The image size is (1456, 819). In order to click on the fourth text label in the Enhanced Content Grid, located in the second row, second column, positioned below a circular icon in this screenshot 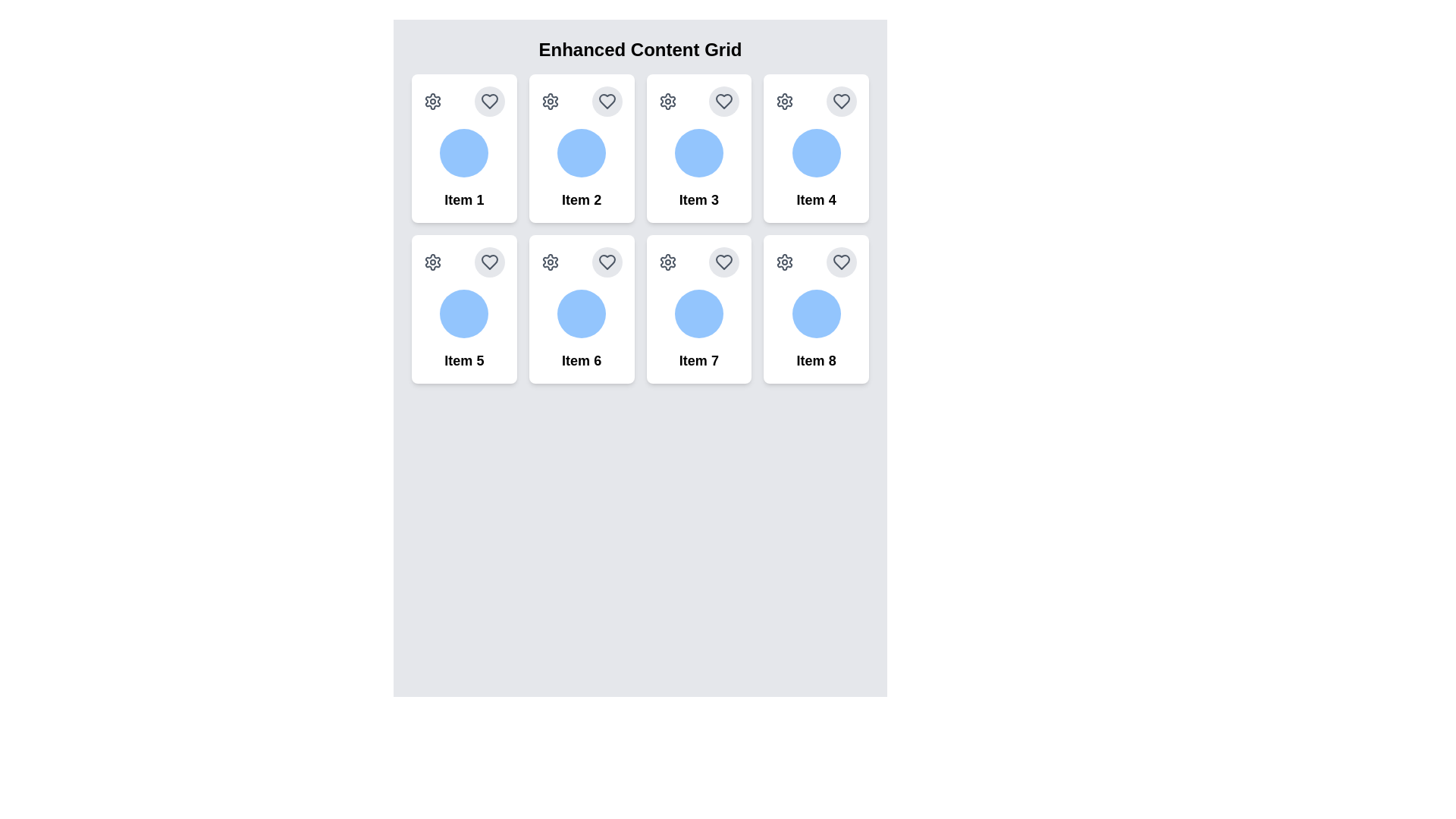, I will do `click(815, 199)`.